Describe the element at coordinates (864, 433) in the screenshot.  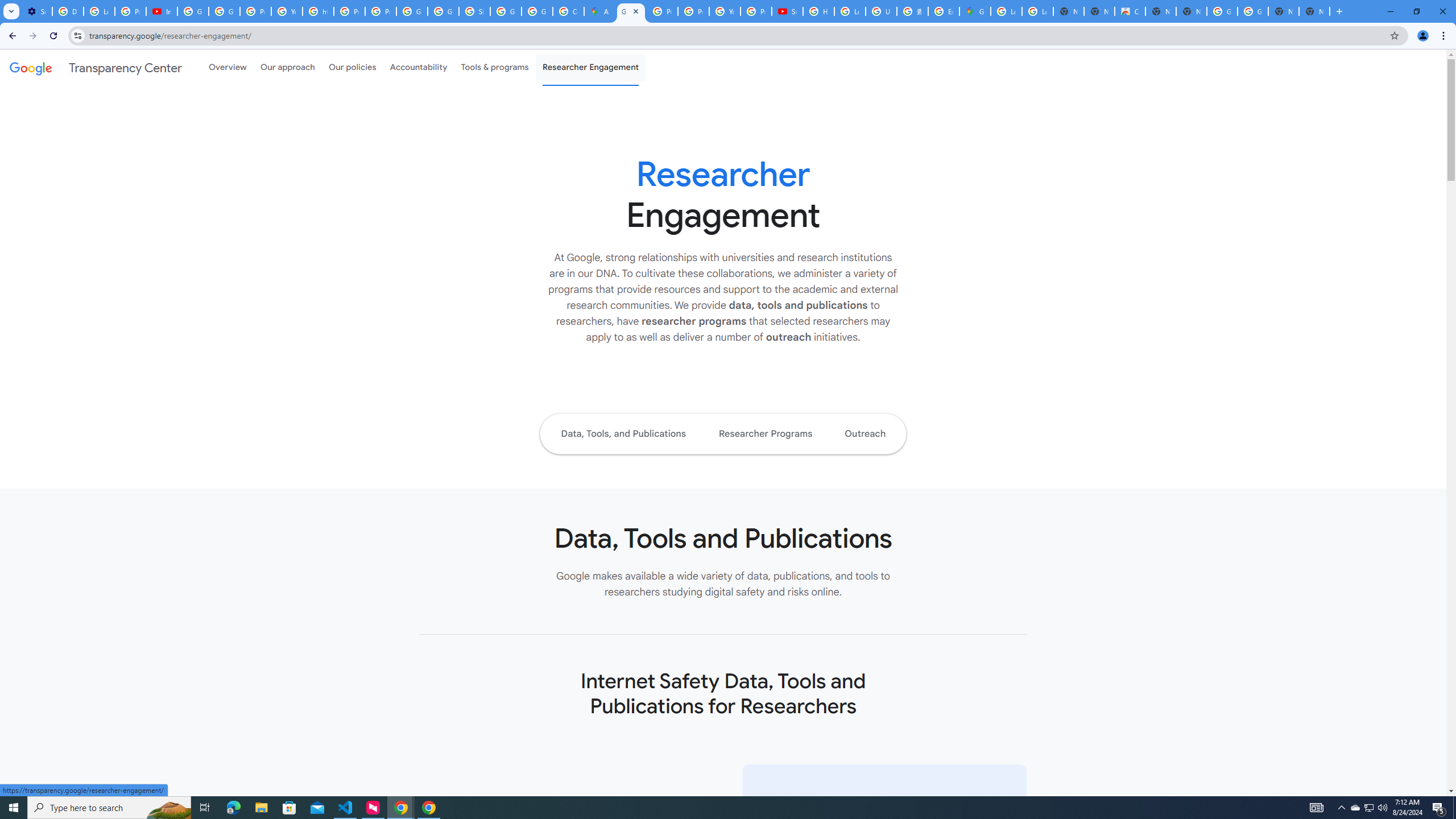
I see `'Outreach'` at that location.